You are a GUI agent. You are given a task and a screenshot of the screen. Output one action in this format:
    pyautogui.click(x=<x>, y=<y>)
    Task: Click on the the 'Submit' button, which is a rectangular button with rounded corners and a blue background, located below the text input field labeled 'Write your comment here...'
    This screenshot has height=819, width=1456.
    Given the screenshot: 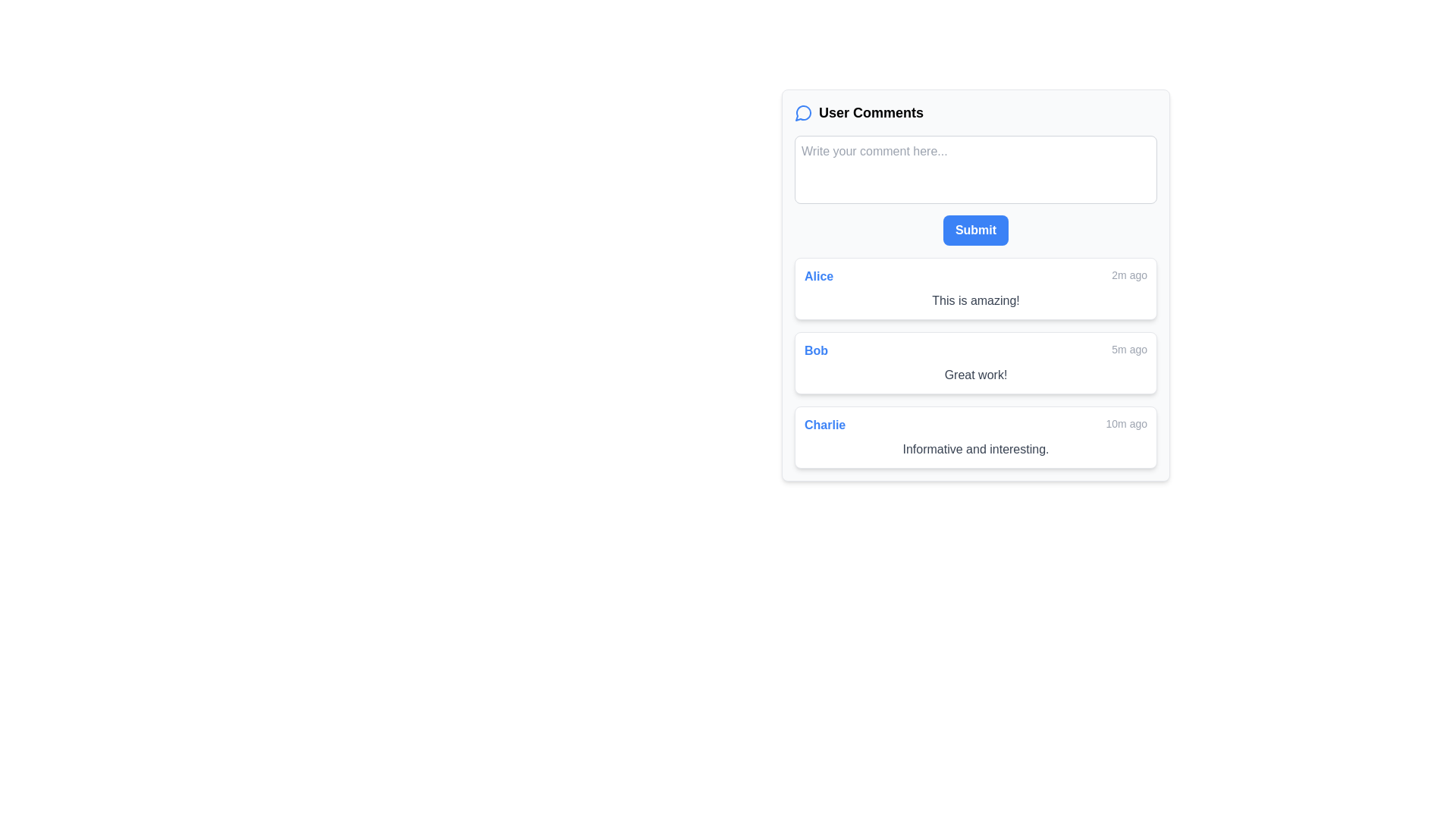 What is the action you would take?
    pyautogui.click(x=975, y=231)
    